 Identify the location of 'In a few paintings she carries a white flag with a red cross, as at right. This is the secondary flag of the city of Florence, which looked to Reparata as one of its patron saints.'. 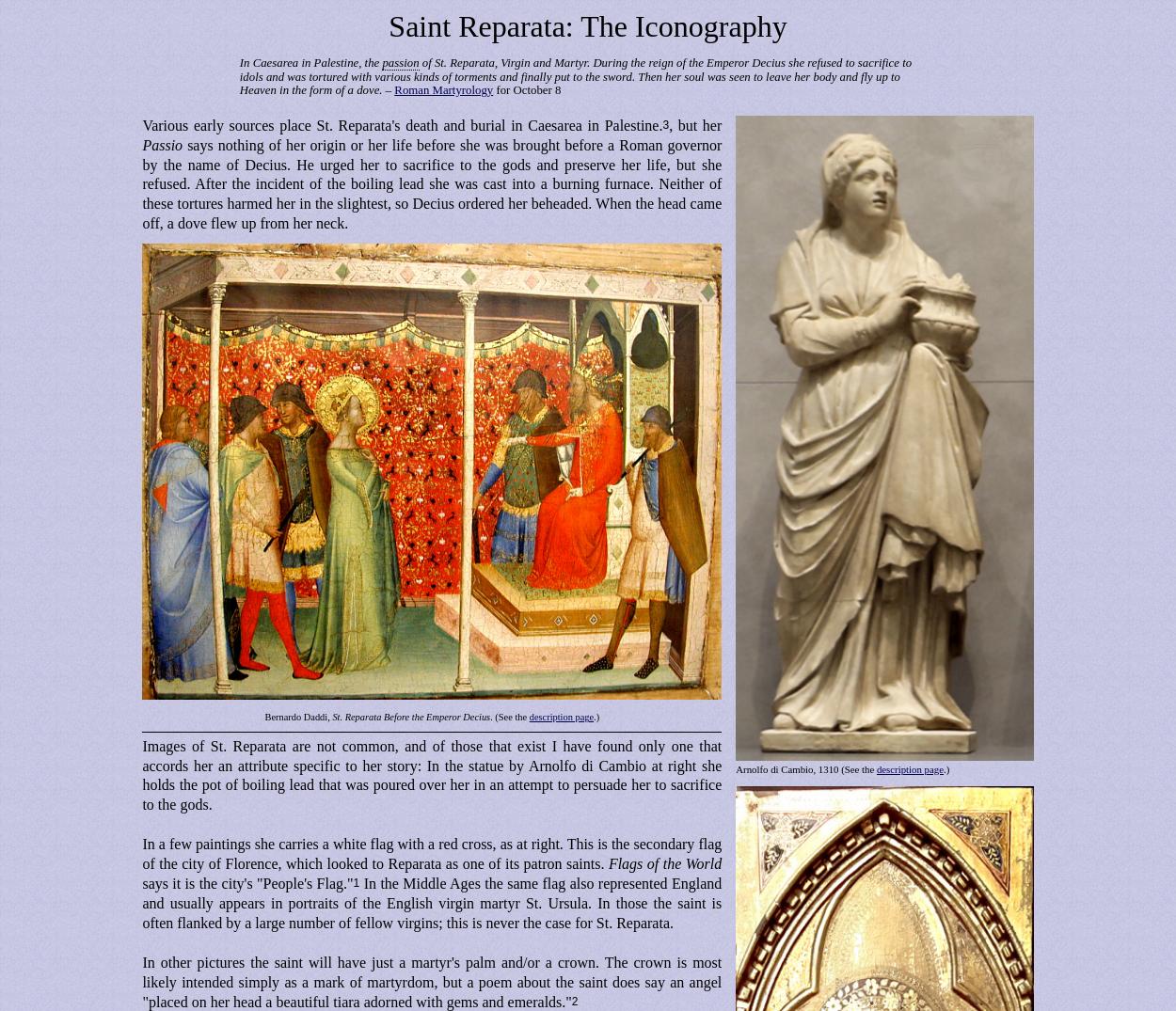
(142, 851).